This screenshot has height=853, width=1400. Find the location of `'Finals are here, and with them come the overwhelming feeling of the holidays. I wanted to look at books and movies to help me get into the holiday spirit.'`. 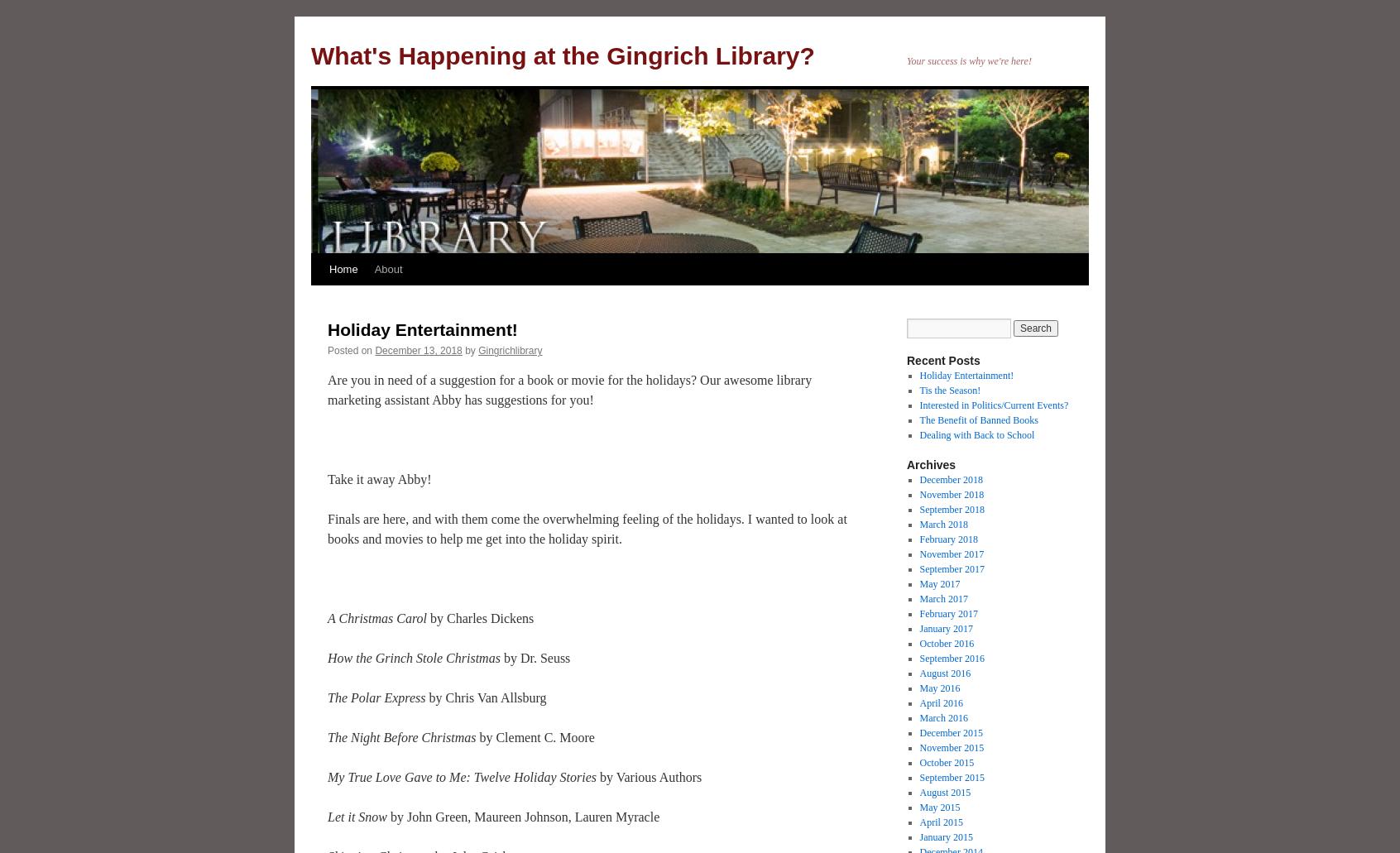

'Finals are here, and with them come the overwhelming feeling of the holidays. I wanted to look at books and movies to help me get into the holiday spirit.' is located at coordinates (327, 529).